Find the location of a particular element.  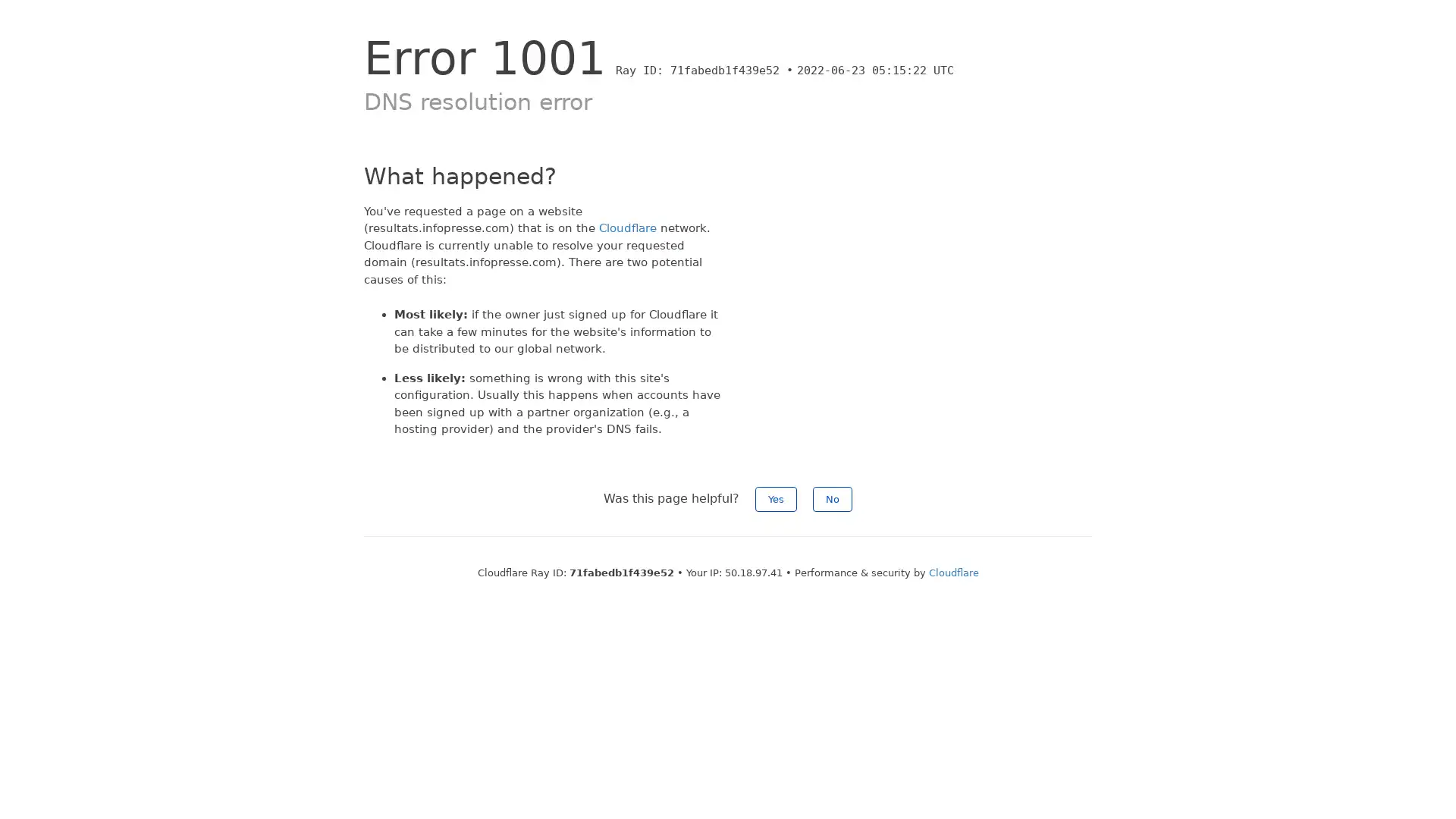

Yes is located at coordinates (776, 498).